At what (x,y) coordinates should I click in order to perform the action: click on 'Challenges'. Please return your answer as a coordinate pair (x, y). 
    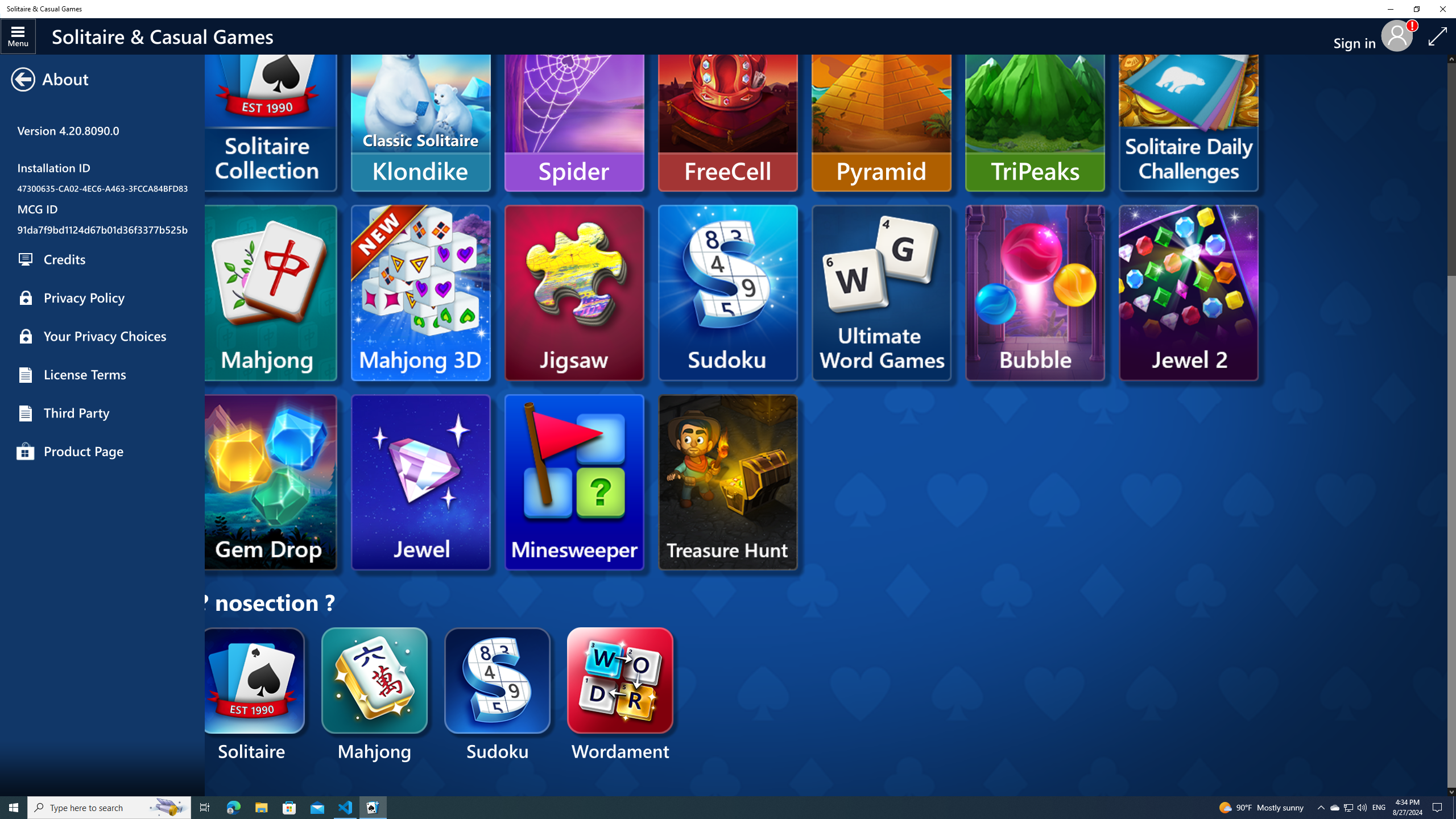
    Looking at the image, I should click on (1187, 103).